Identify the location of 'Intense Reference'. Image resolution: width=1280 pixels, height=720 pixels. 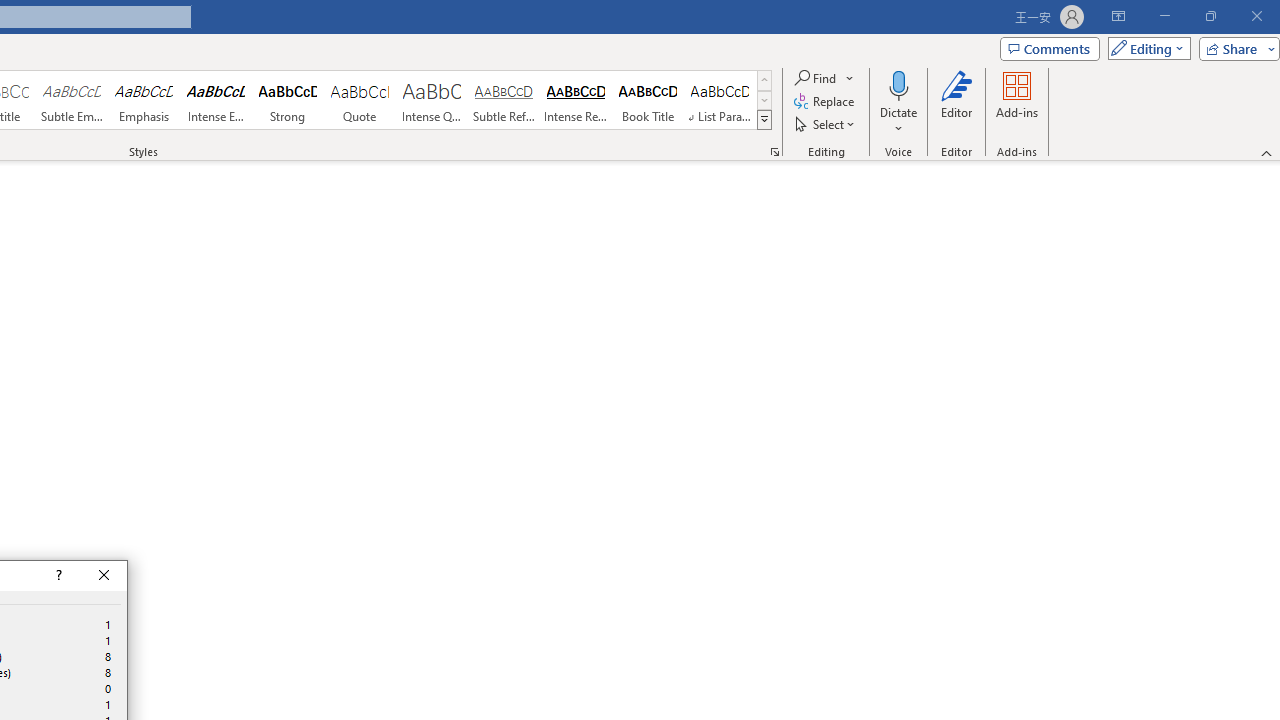
(575, 100).